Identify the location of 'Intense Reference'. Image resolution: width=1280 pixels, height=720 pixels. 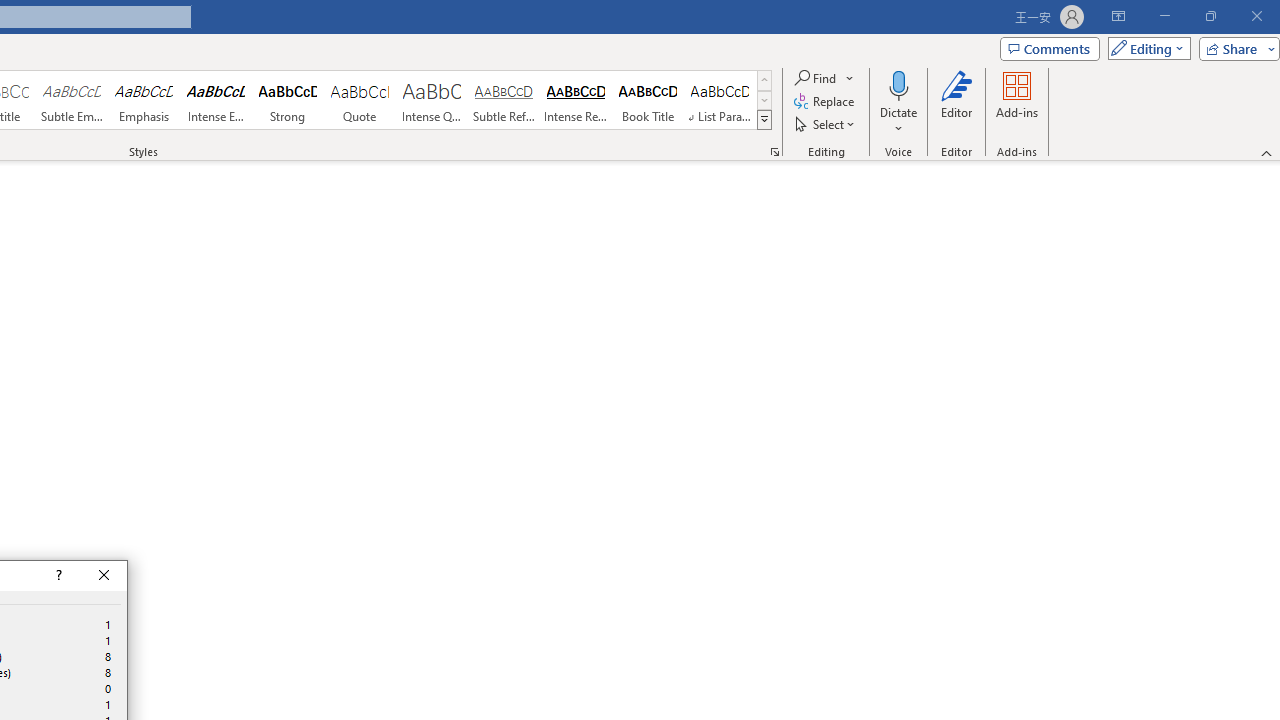
(575, 100).